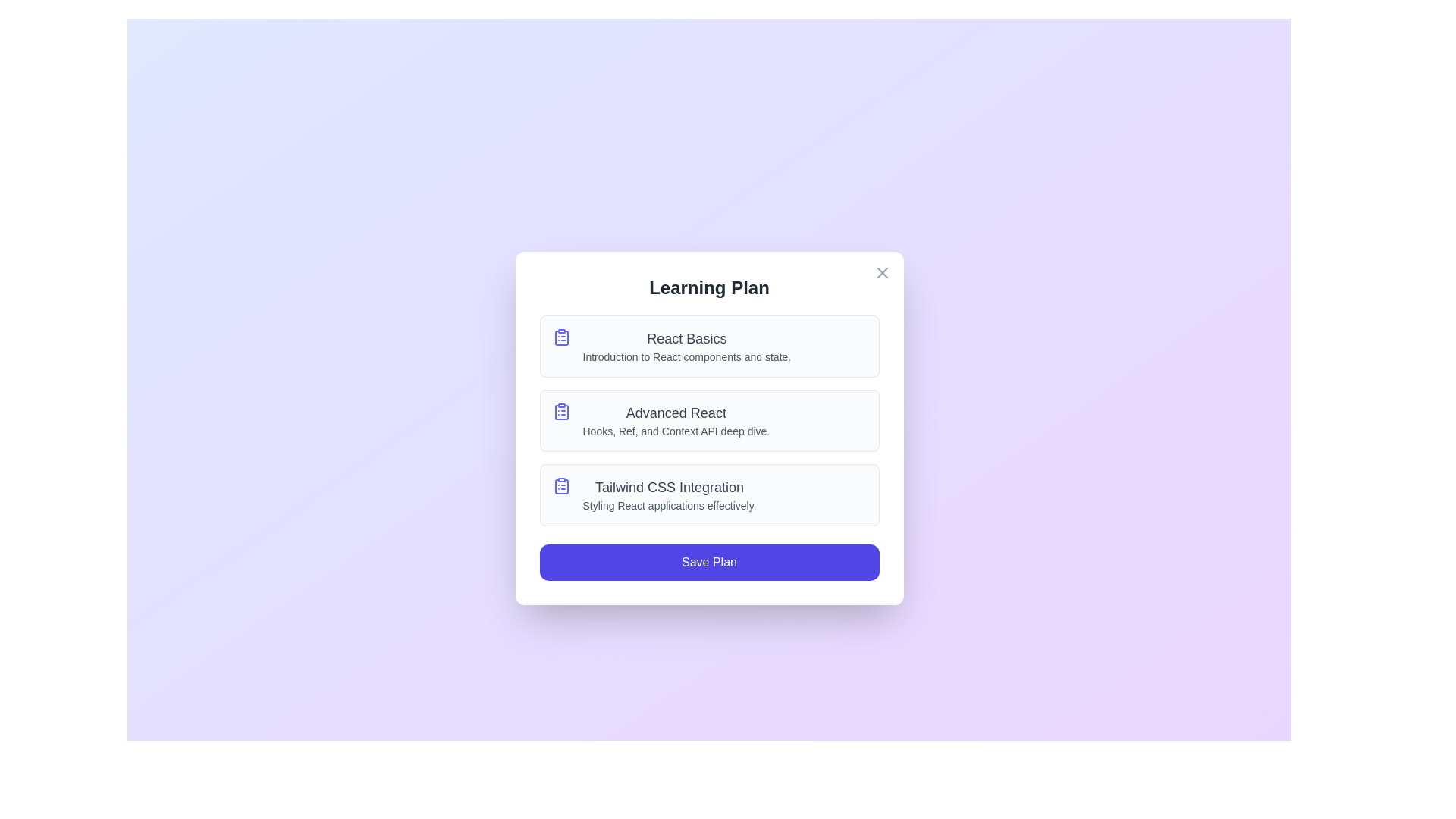  I want to click on the lesson item React Basics to highlight it, so click(708, 346).